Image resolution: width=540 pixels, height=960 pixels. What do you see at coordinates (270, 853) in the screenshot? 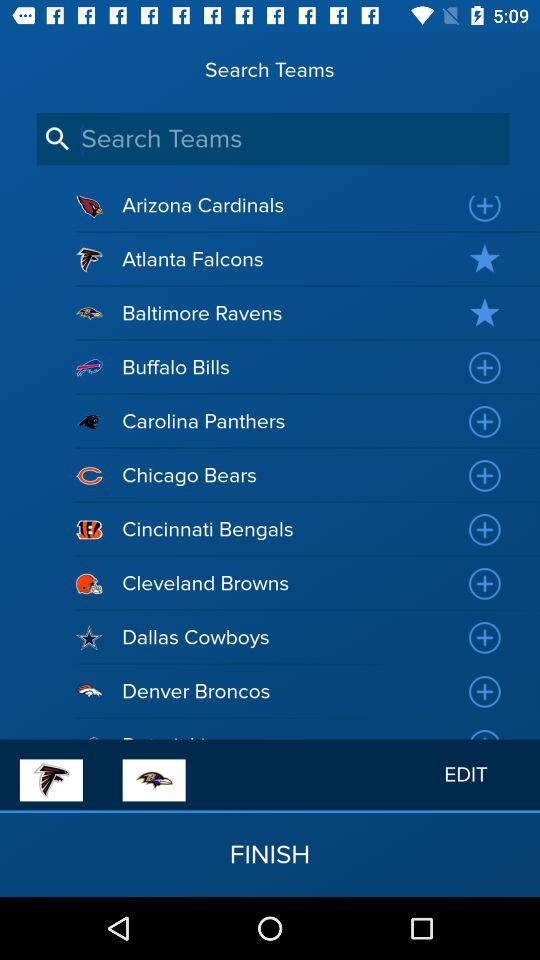
I see `finish item` at bounding box center [270, 853].